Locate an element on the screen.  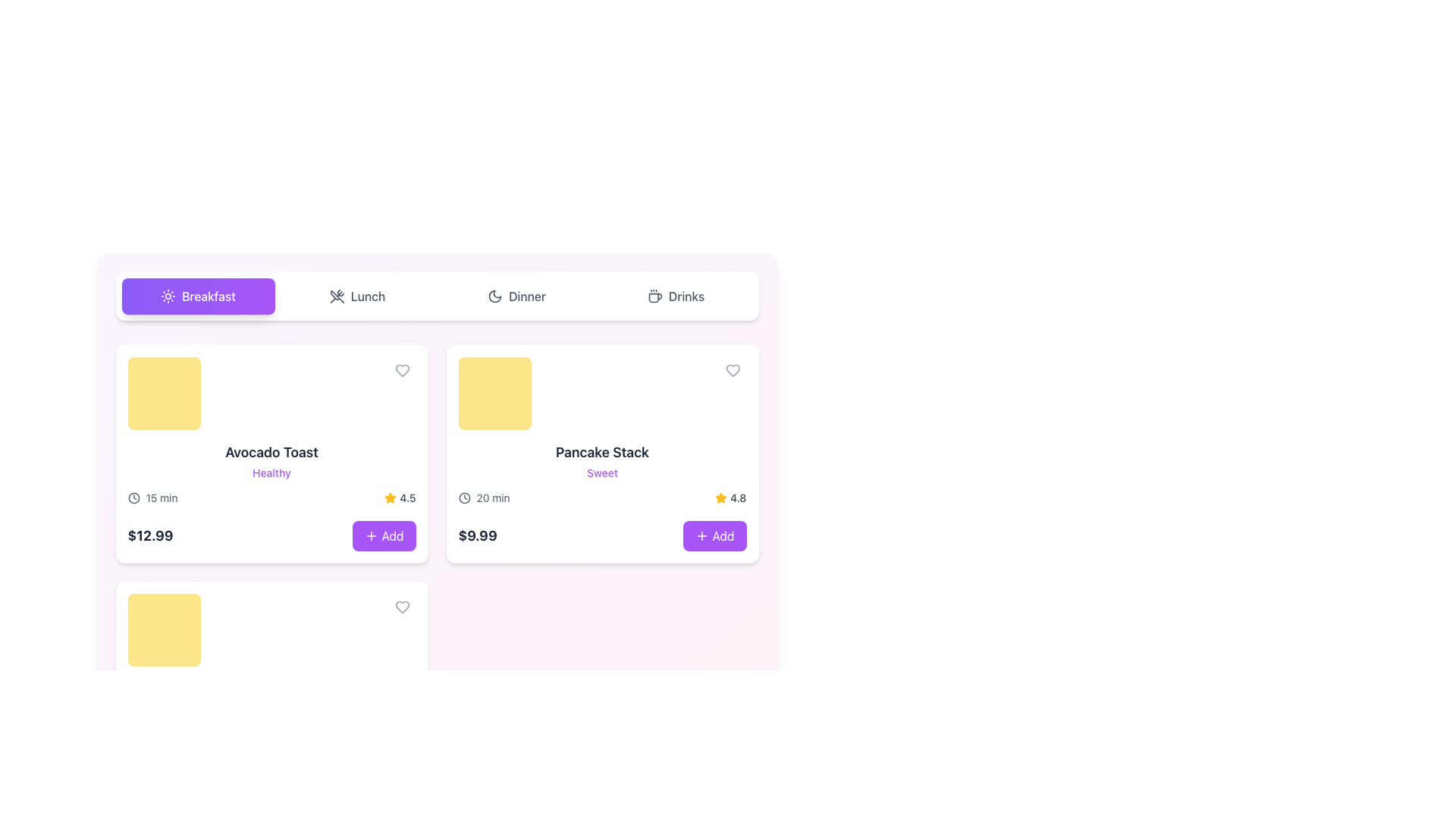
the 'Drinks' category text label located on the far right of the top navigation bar is located at coordinates (686, 296).